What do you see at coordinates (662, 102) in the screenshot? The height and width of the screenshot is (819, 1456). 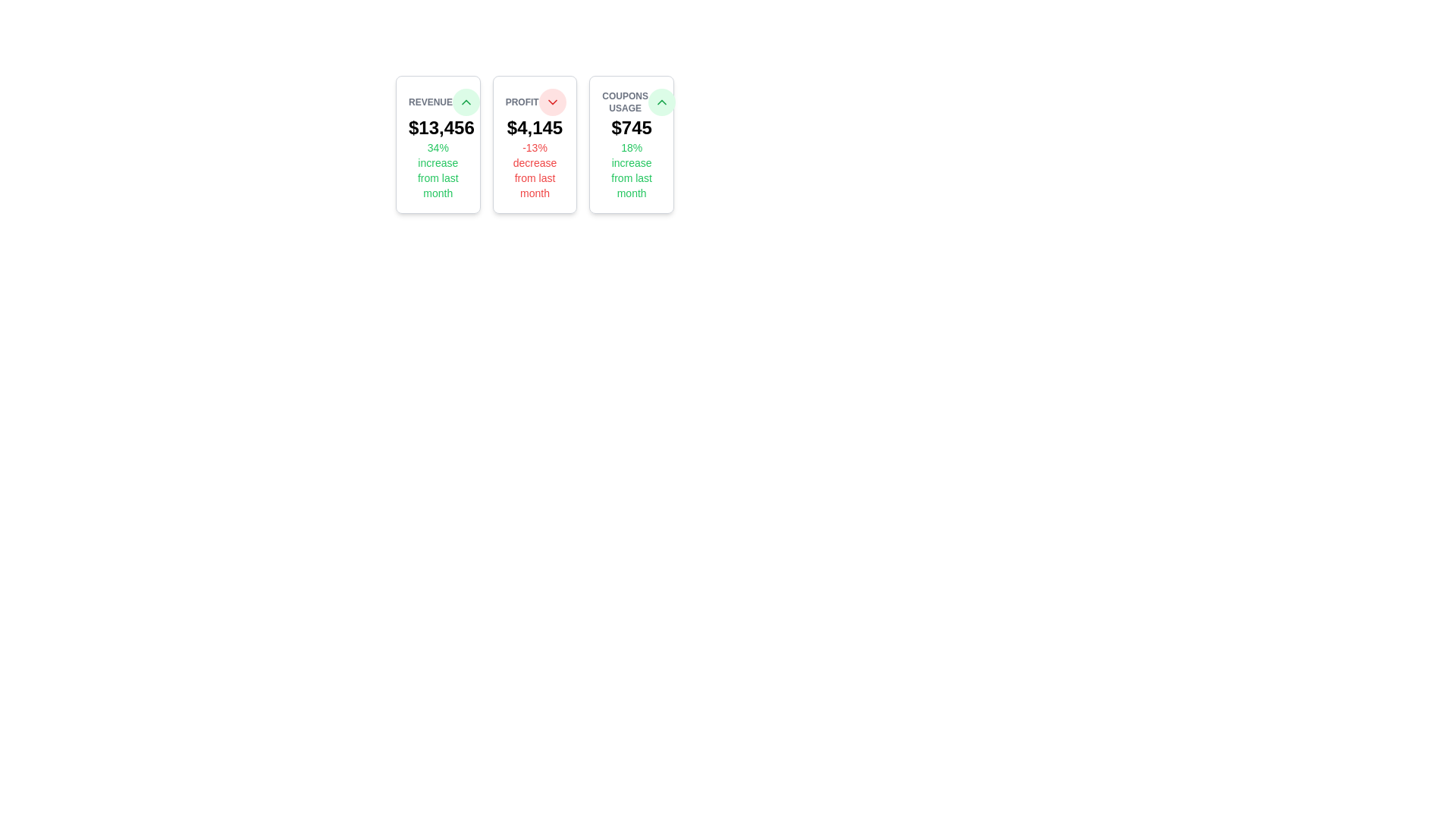 I see `the upward-facing arrow indicator with a green outline, located within a light green circular background, which represents an upward trend above the '$13,456' revenue label` at bounding box center [662, 102].